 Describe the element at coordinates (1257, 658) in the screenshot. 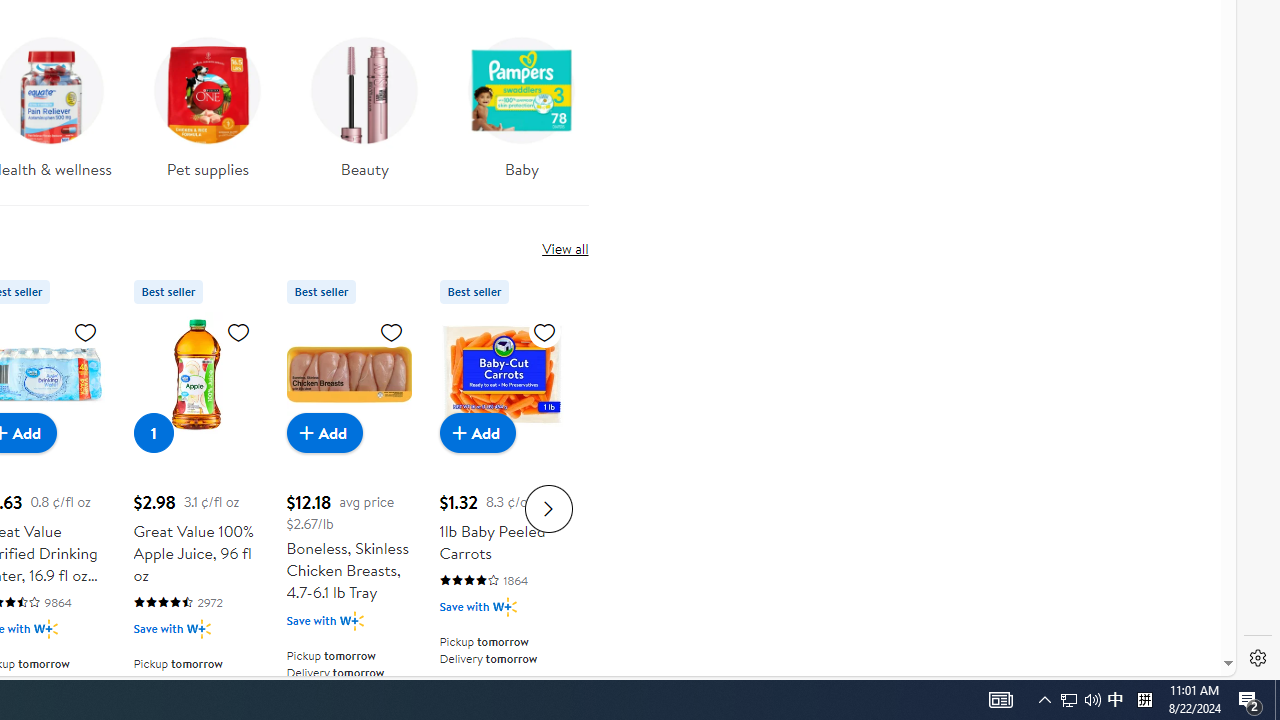

I see `'Settings'` at that location.